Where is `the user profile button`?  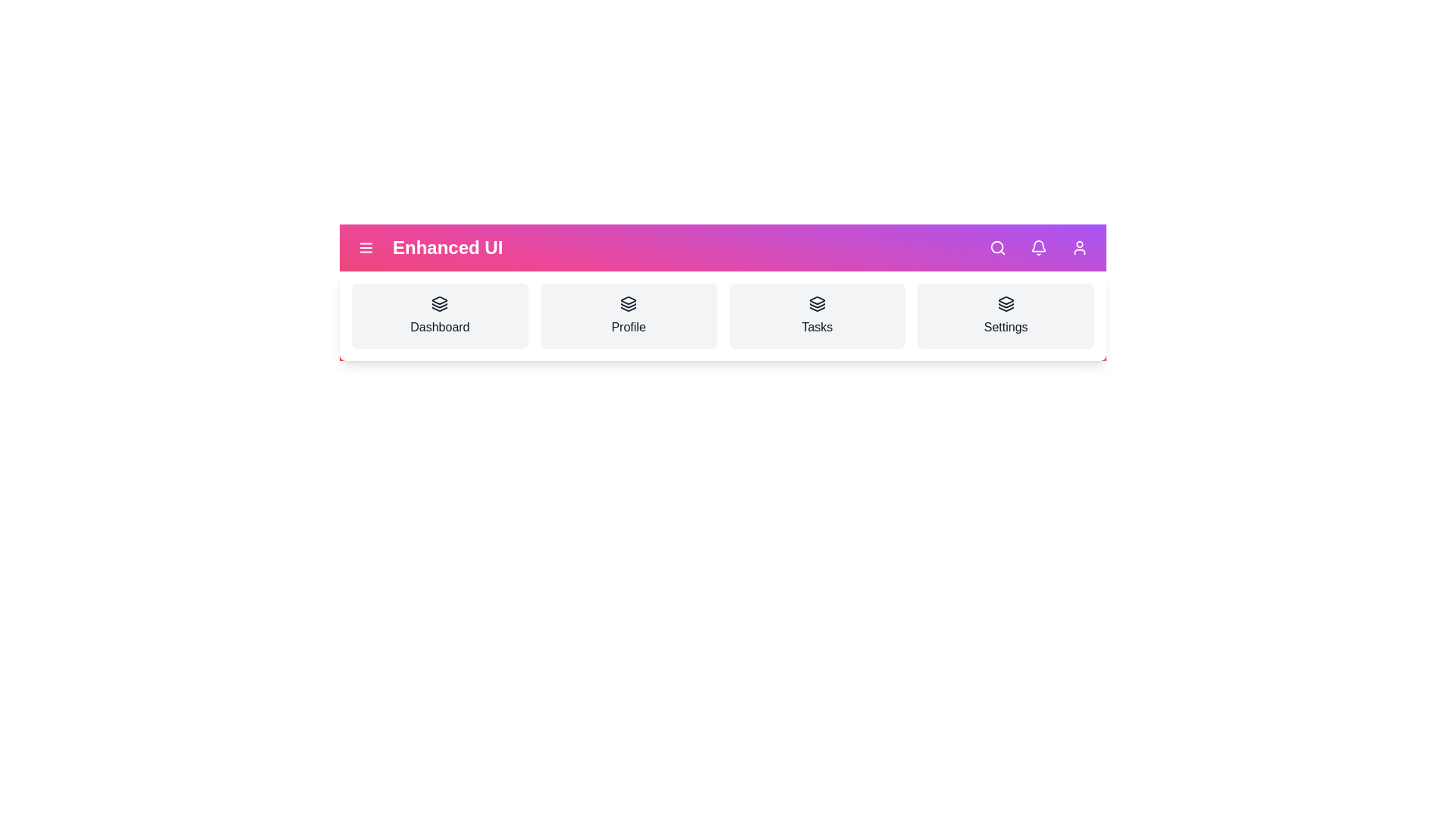
the user profile button is located at coordinates (1079, 247).